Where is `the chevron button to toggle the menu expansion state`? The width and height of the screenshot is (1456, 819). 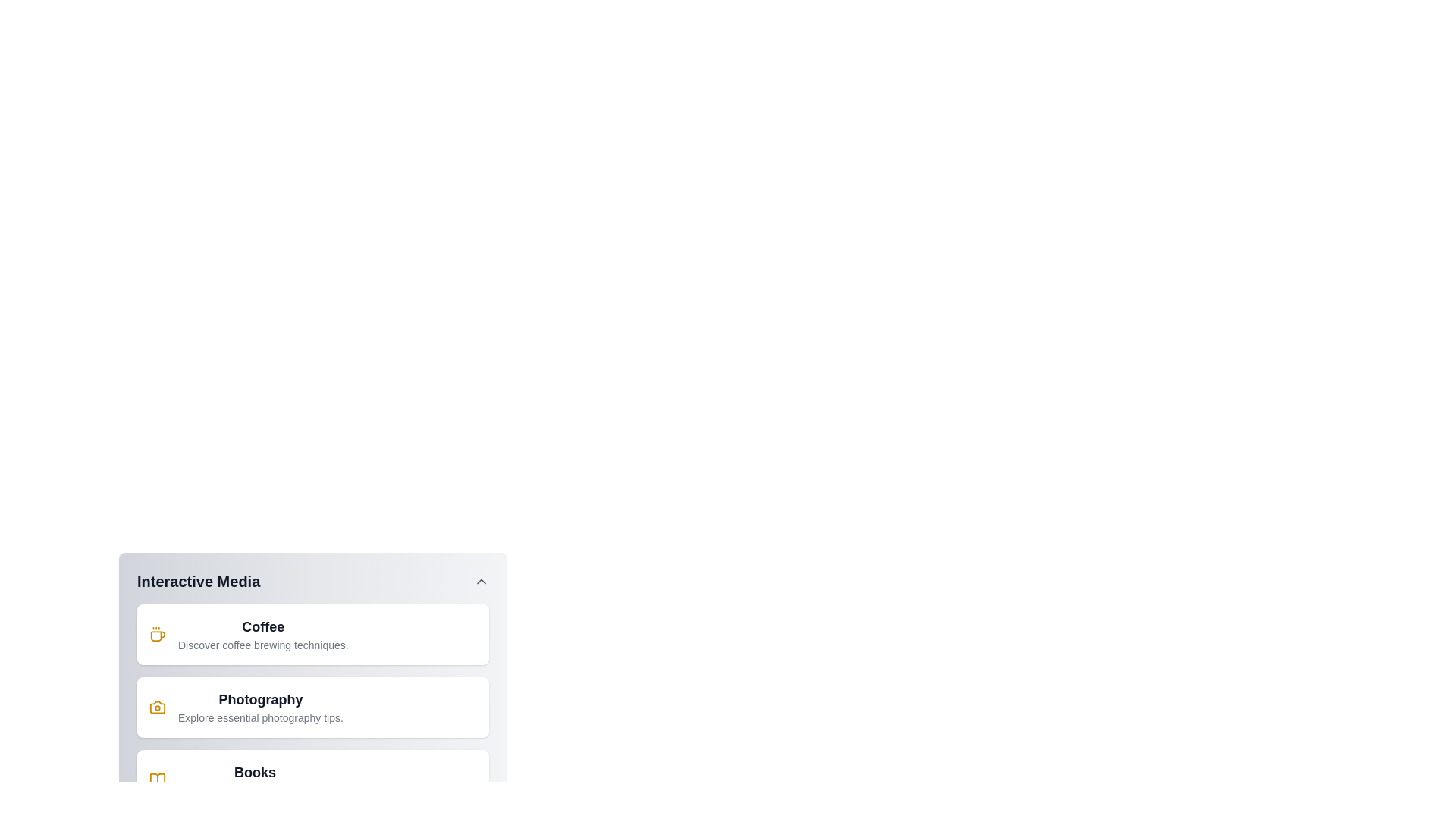
the chevron button to toggle the menu expansion state is located at coordinates (480, 581).